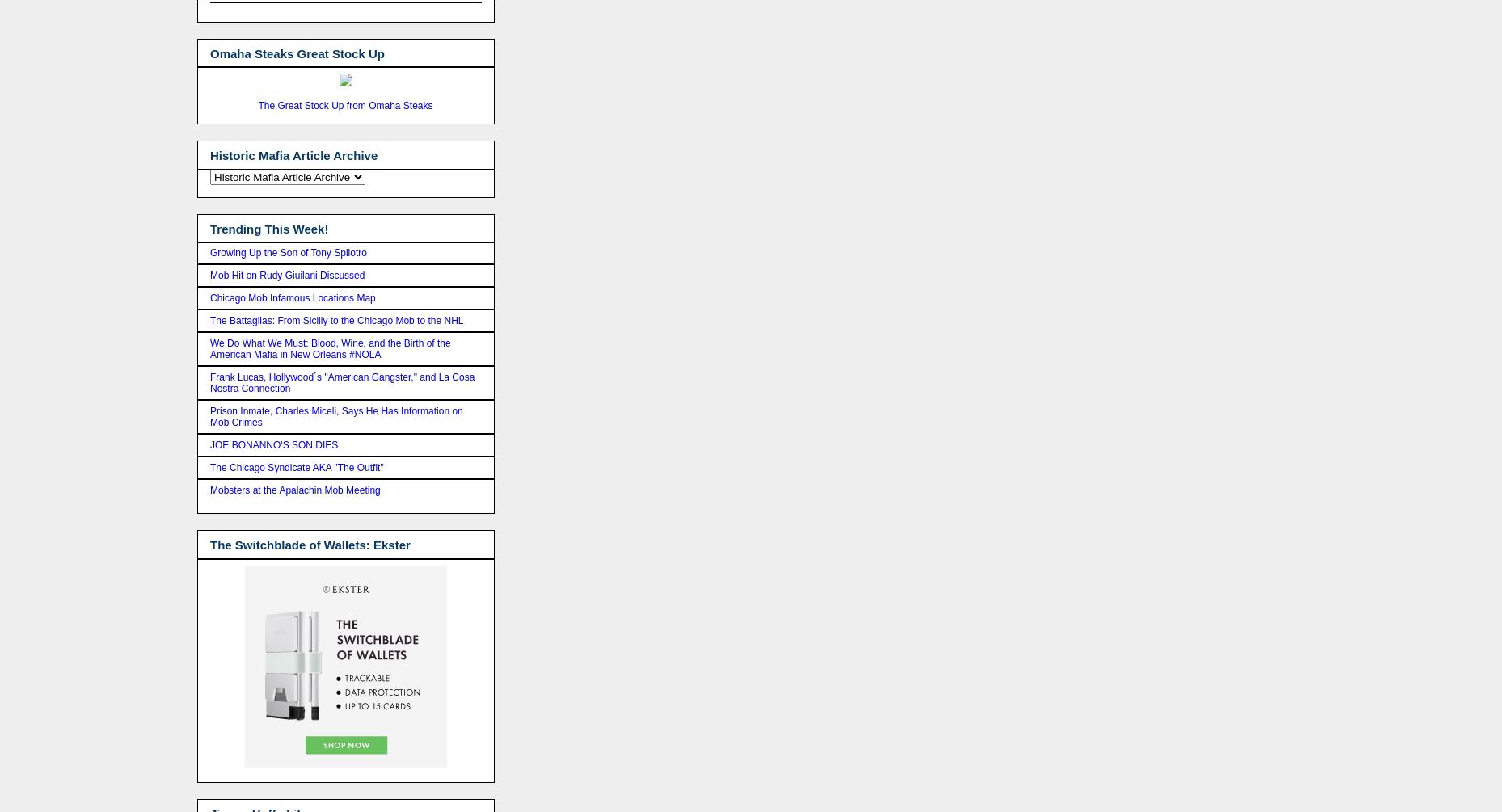 The width and height of the screenshot is (1502, 812). What do you see at coordinates (309, 545) in the screenshot?
I see `'The Switchblade of Wallets: Ekster'` at bounding box center [309, 545].